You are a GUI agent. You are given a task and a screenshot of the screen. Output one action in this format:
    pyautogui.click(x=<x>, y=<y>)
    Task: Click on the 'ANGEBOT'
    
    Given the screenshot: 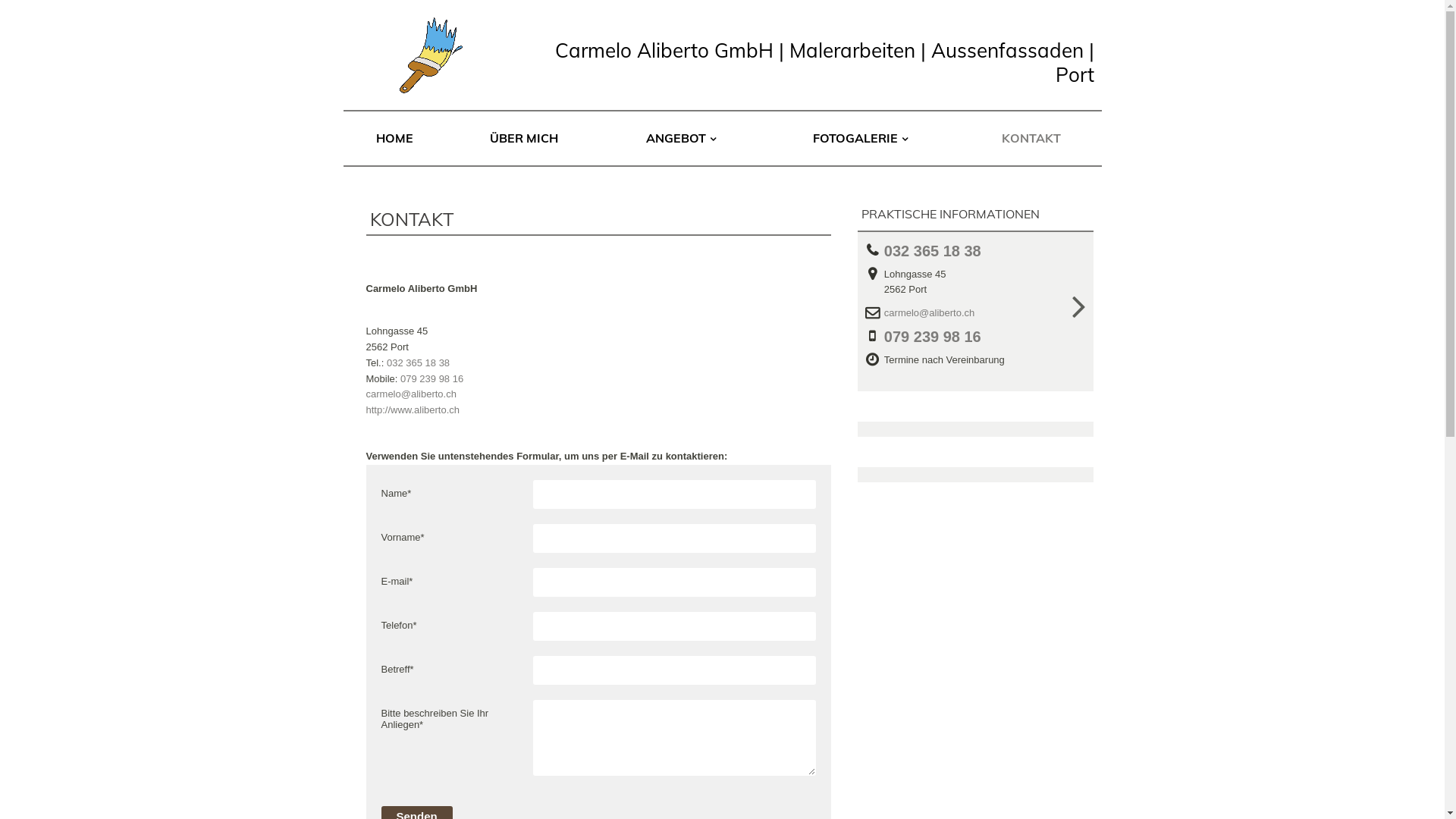 What is the action you would take?
    pyautogui.click(x=679, y=138)
    